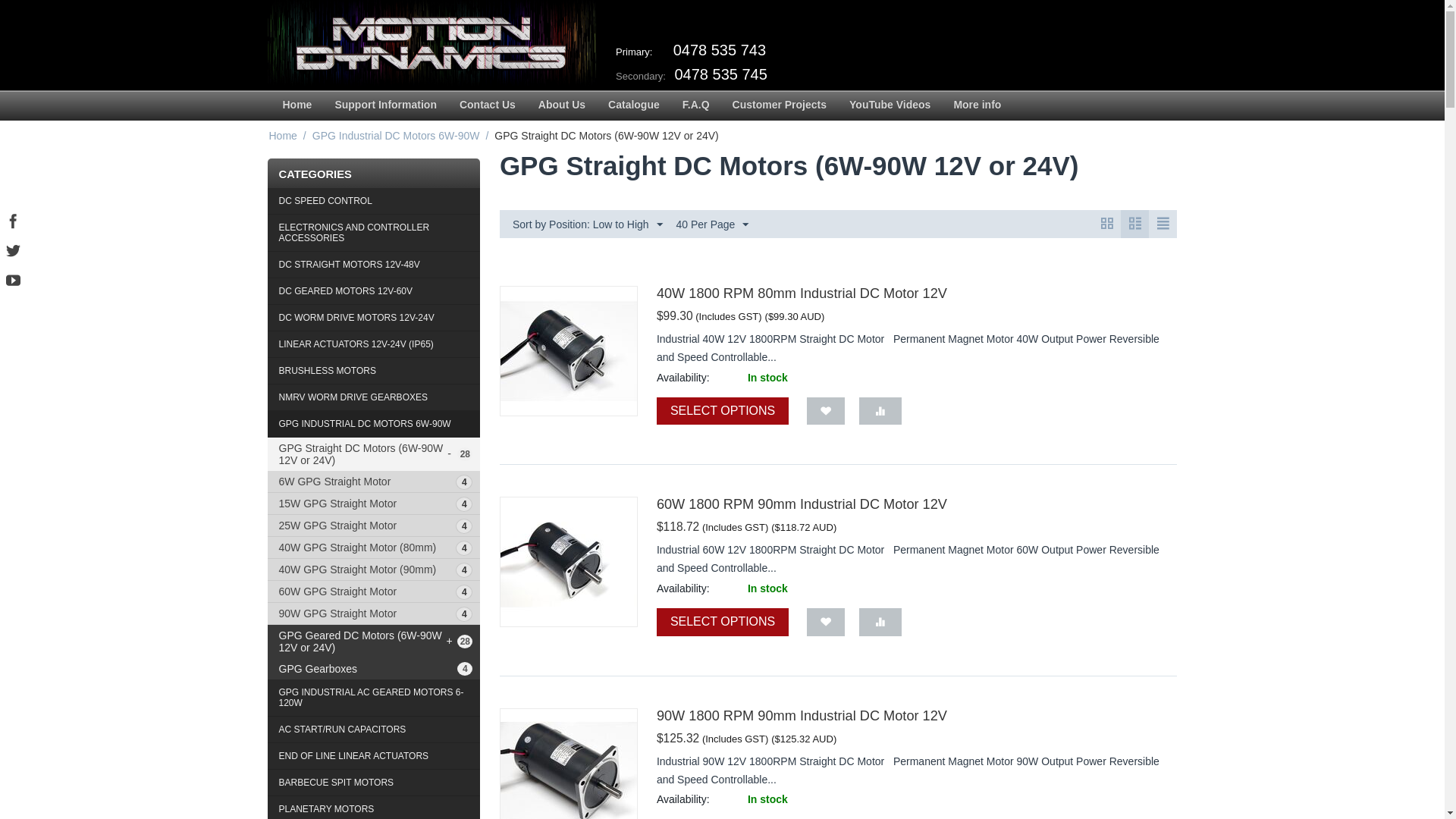 The width and height of the screenshot is (1456, 819). I want to click on 'DC SPEED CONTROL', so click(266, 200).